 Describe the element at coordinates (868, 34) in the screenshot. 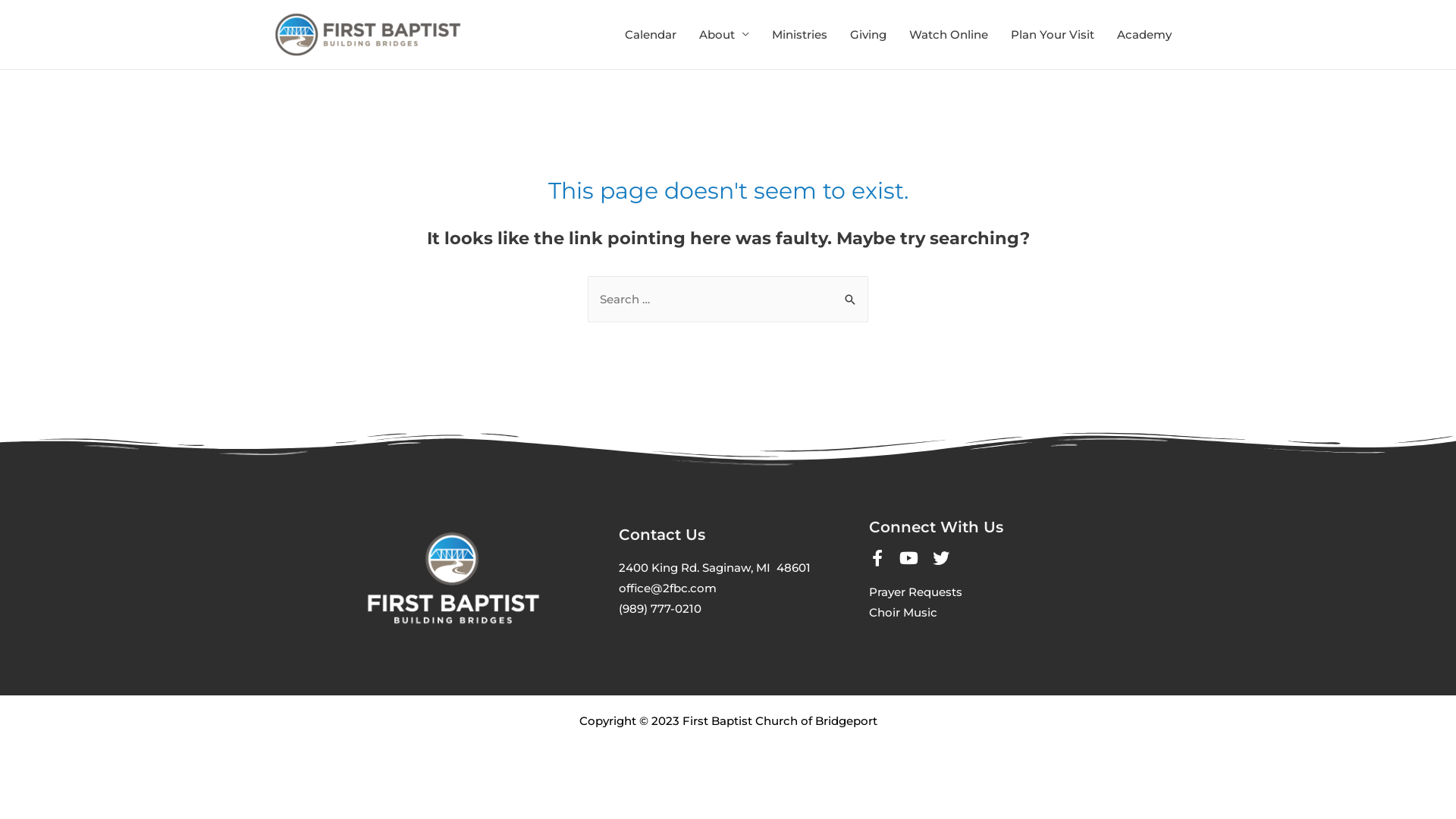

I see `'Giving'` at that location.